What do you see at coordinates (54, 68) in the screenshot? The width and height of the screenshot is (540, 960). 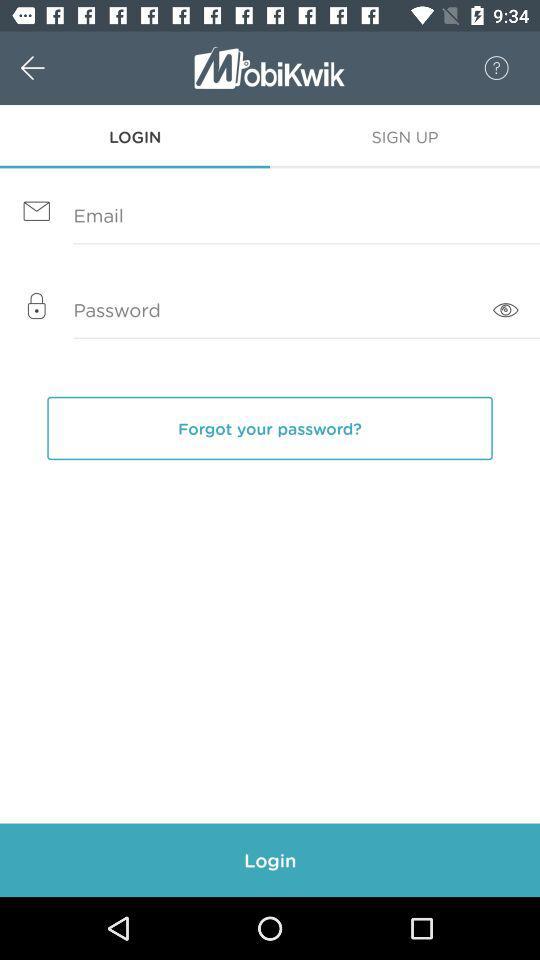 I see `icon above login` at bounding box center [54, 68].